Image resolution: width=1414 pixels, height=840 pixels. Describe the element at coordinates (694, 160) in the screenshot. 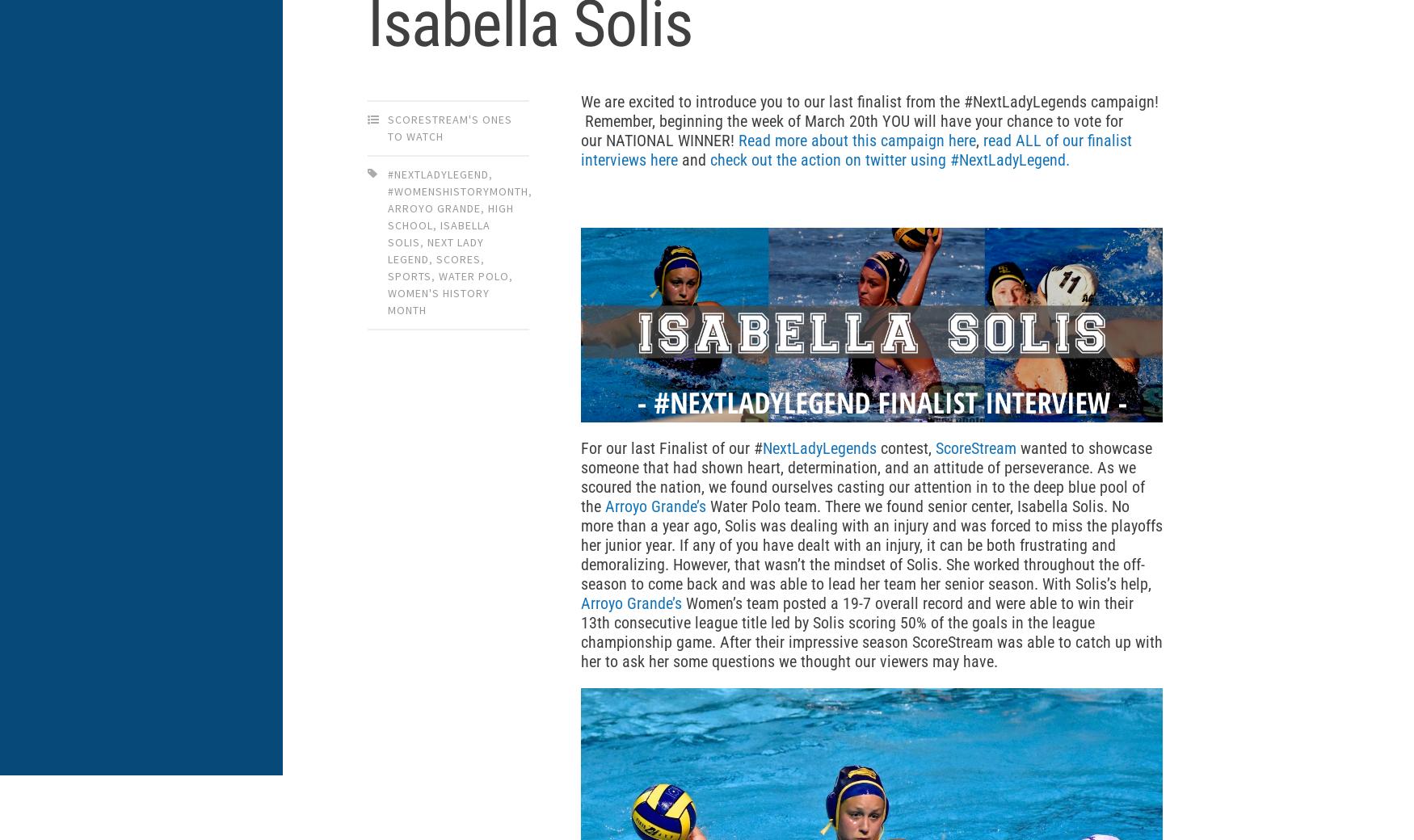

I see `'and'` at that location.